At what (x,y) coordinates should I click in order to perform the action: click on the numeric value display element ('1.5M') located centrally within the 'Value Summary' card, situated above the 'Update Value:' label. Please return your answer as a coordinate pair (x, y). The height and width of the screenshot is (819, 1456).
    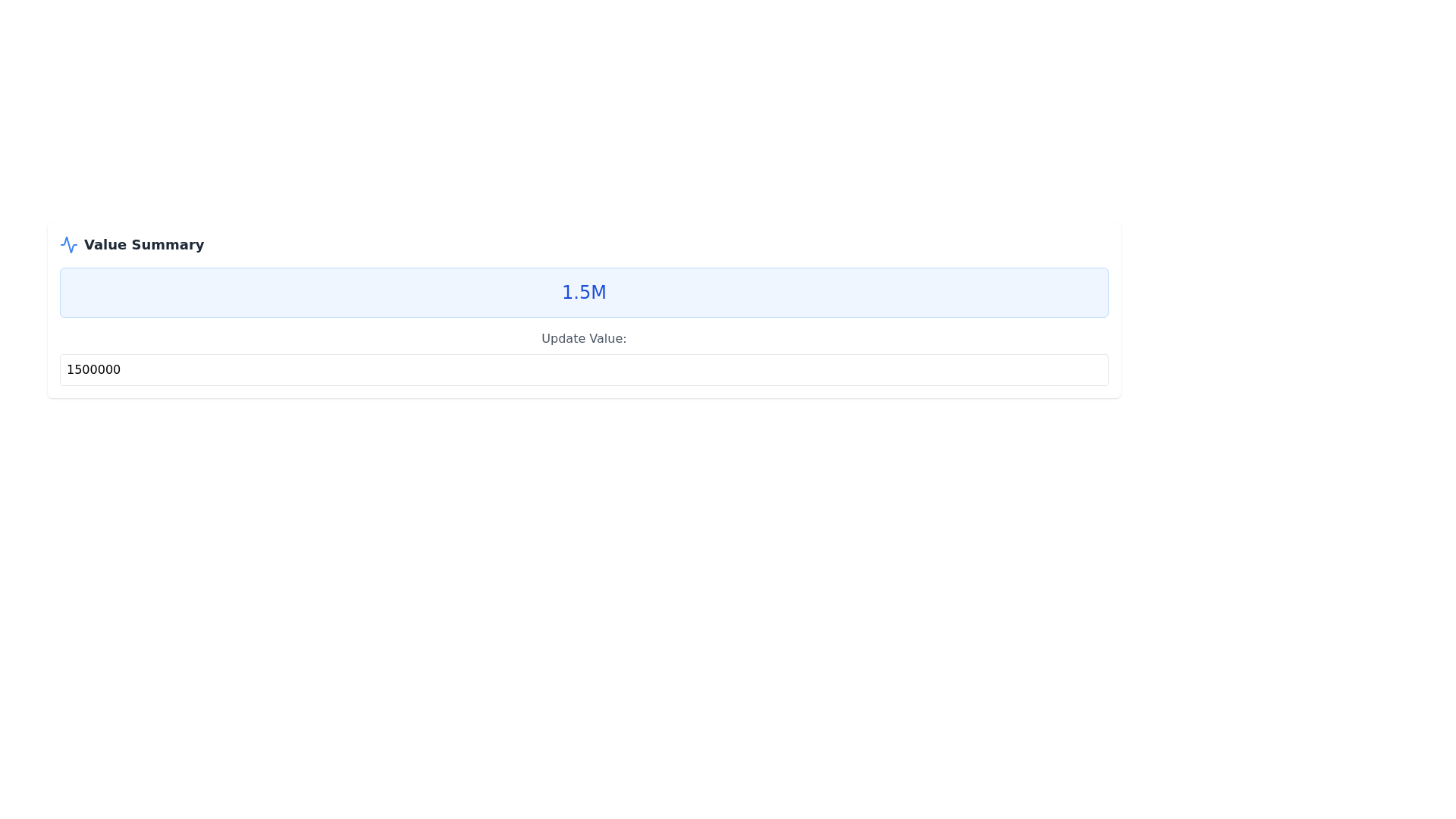
    Looking at the image, I should click on (583, 292).